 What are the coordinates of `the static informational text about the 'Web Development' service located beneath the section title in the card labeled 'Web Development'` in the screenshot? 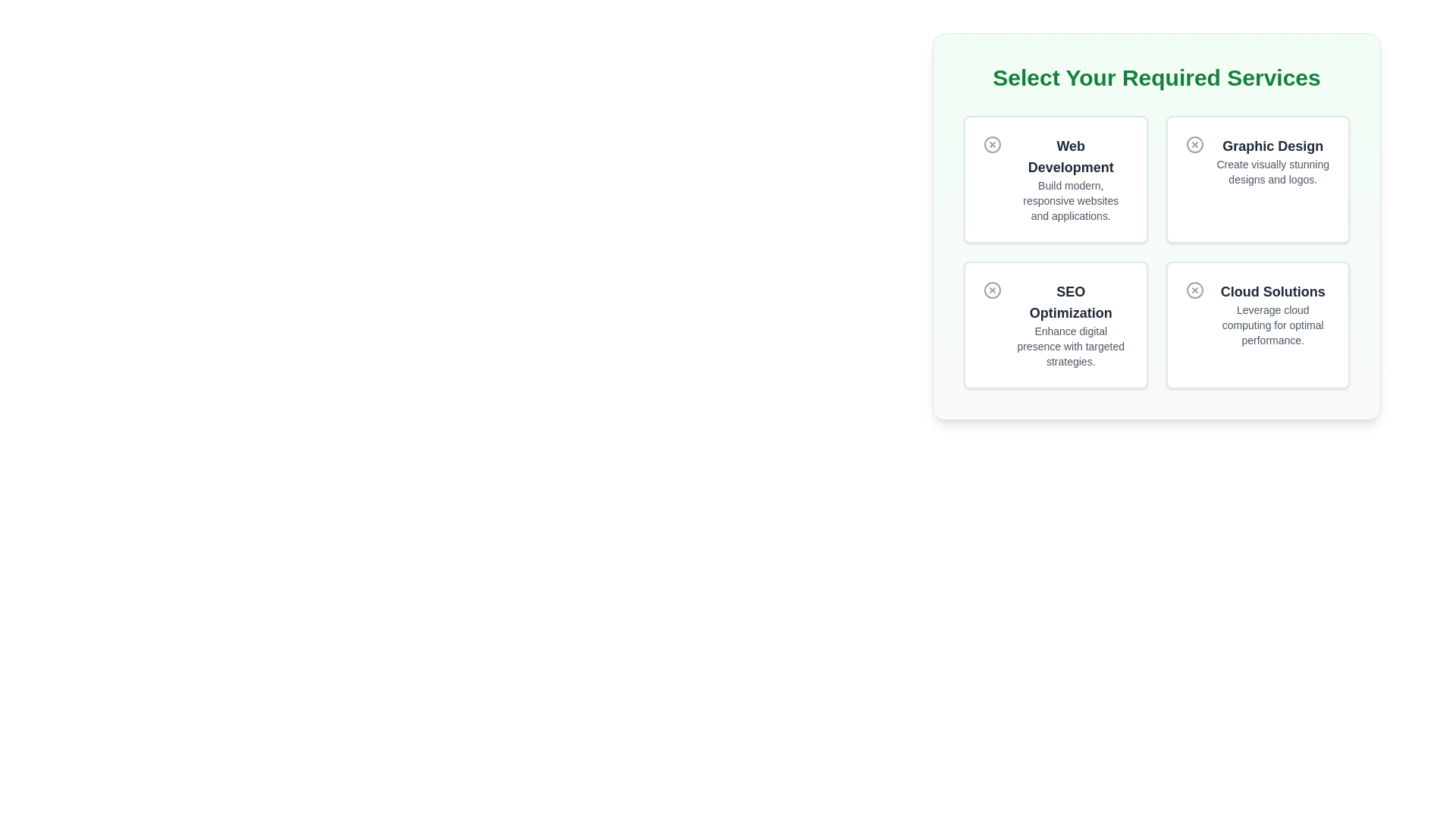 It's located at (1070, 200).